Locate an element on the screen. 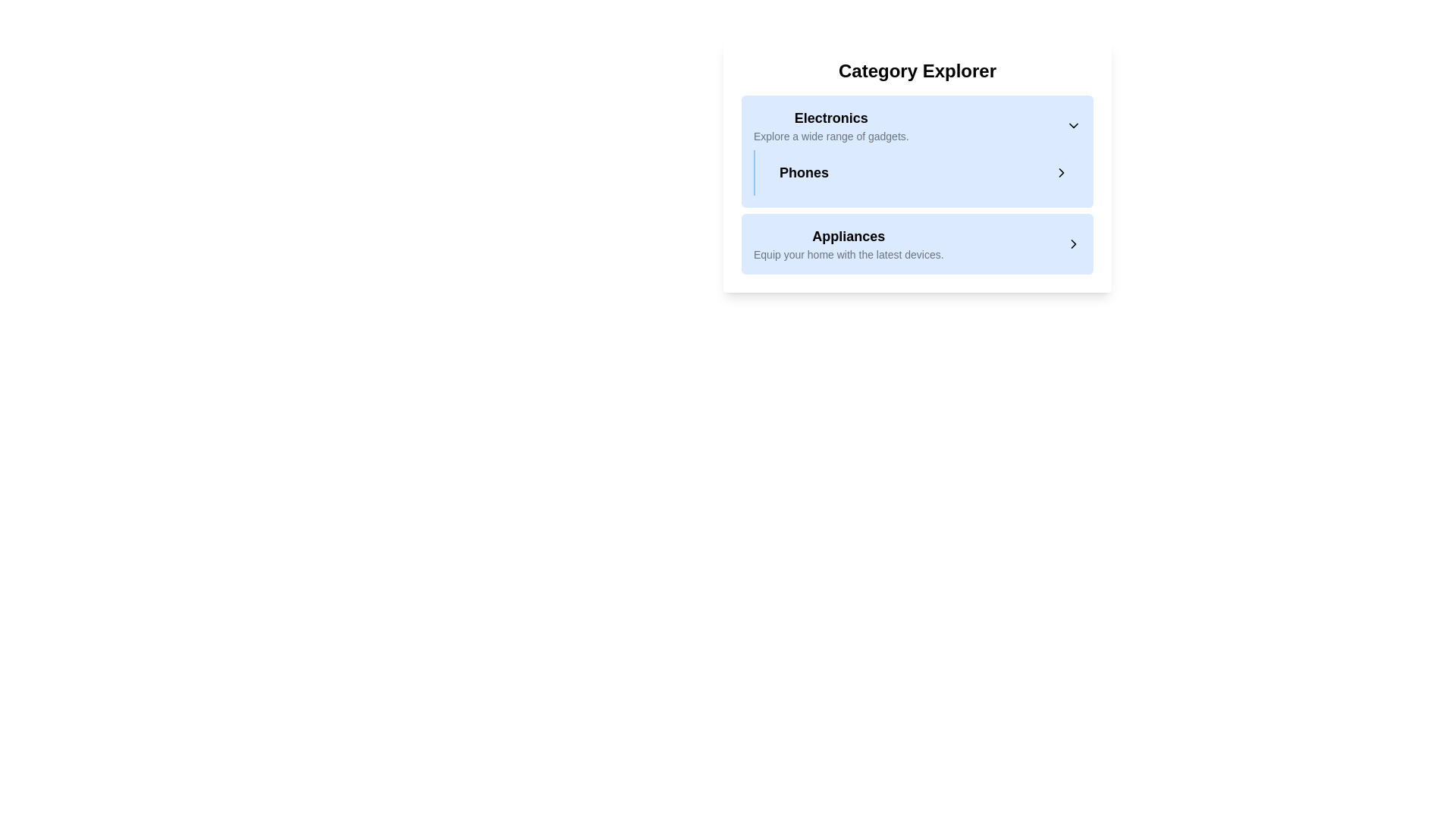 Image resolution: width=1456 pixels, height=819 pixels. the 'Electronics' collapsible section with navigation links, which contains the title 'Electronics' in bold and a description 'Explore a wide range of gadgets.' is located at coordinates (916, 152).